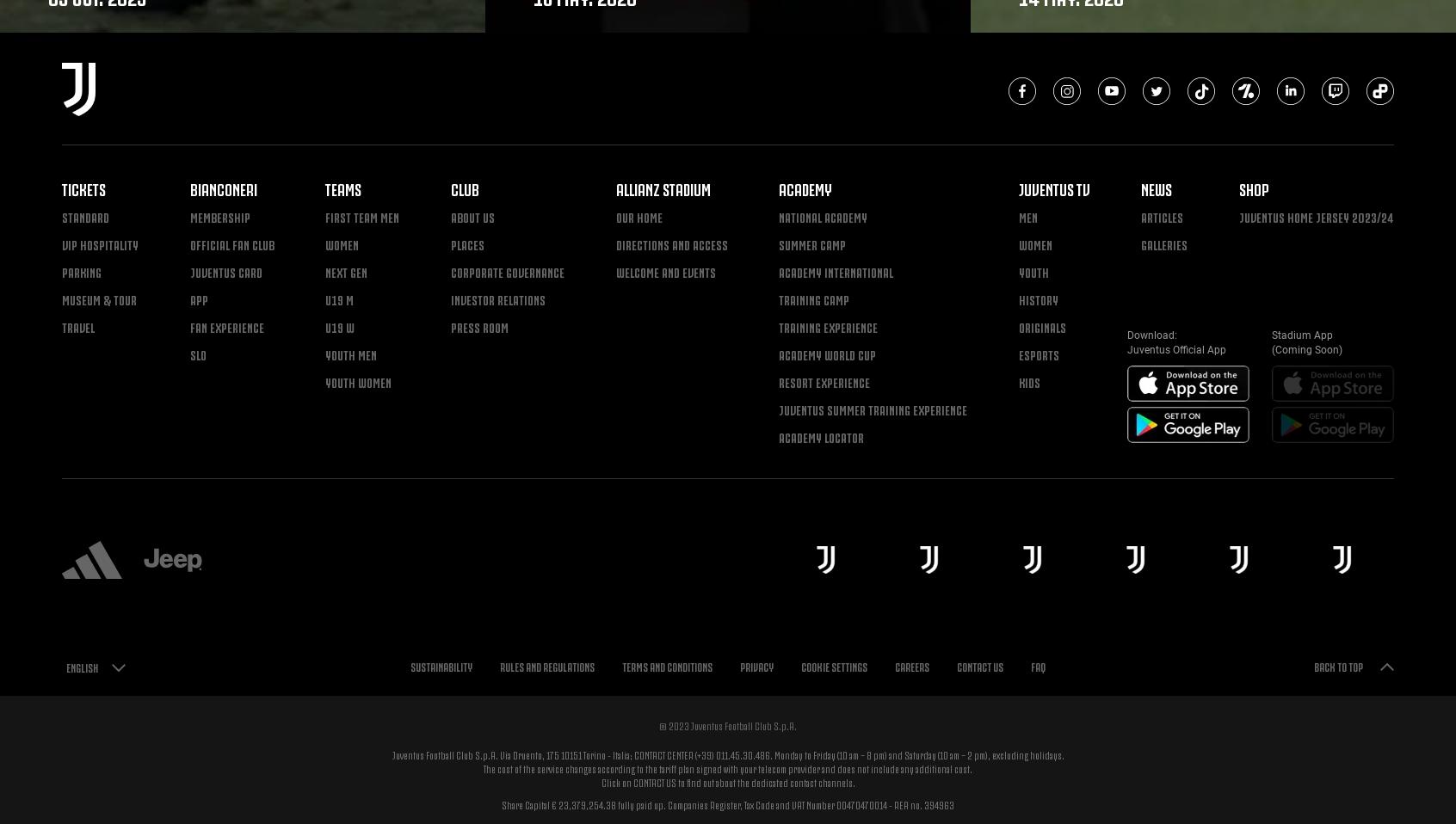 The width and height of the screenshot is (1456, 824). What do you see at coordinates (82, 667) in the screenshot?
I see `'English'` at bounding box center [82, 667].